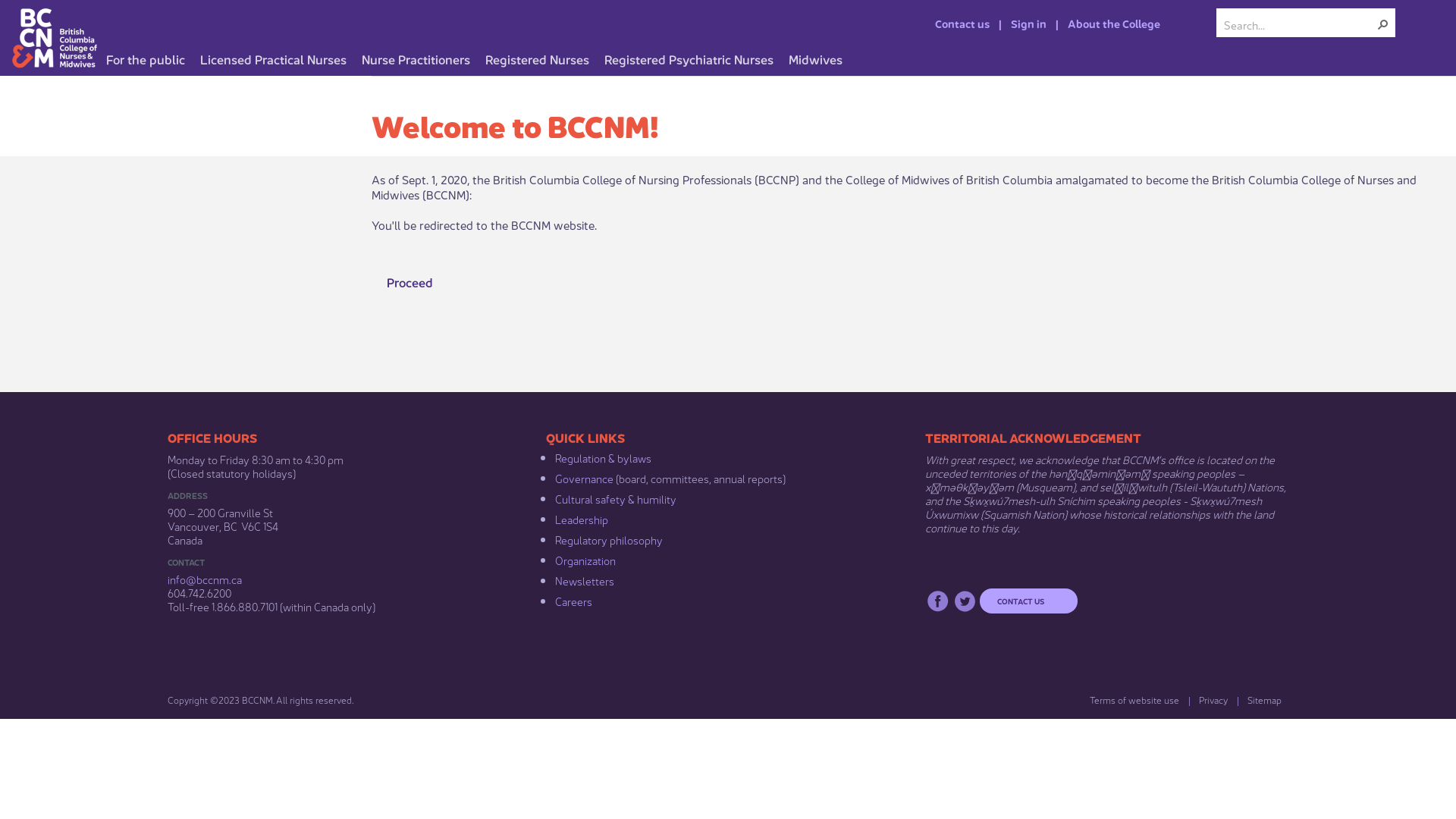  I want to click on 'Terms of website use', so click(1080, 699).